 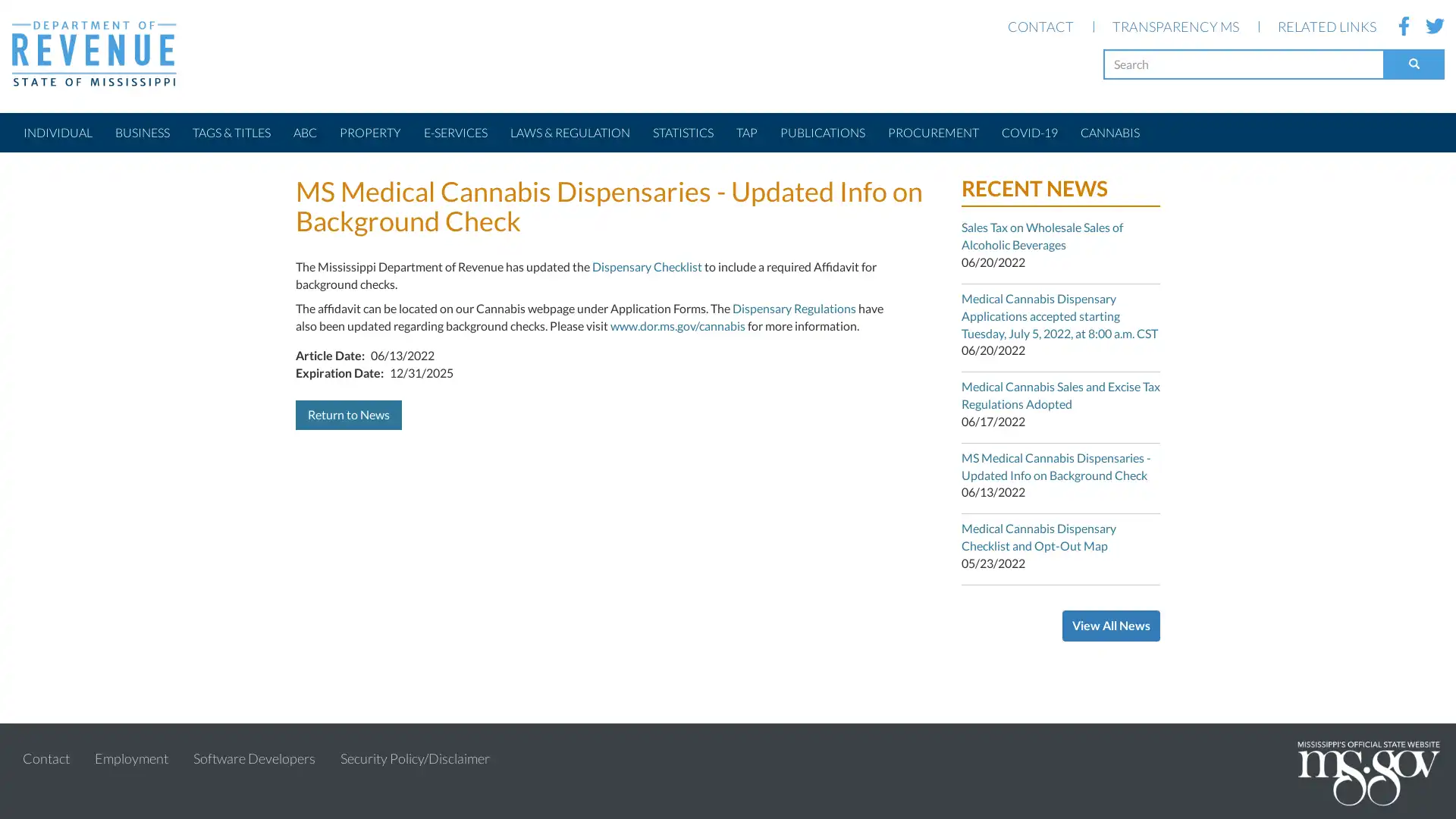 What do you see at coordinates (1414, 63) in the screenshot?
I see `Search` at bounding box center [1414, 63].